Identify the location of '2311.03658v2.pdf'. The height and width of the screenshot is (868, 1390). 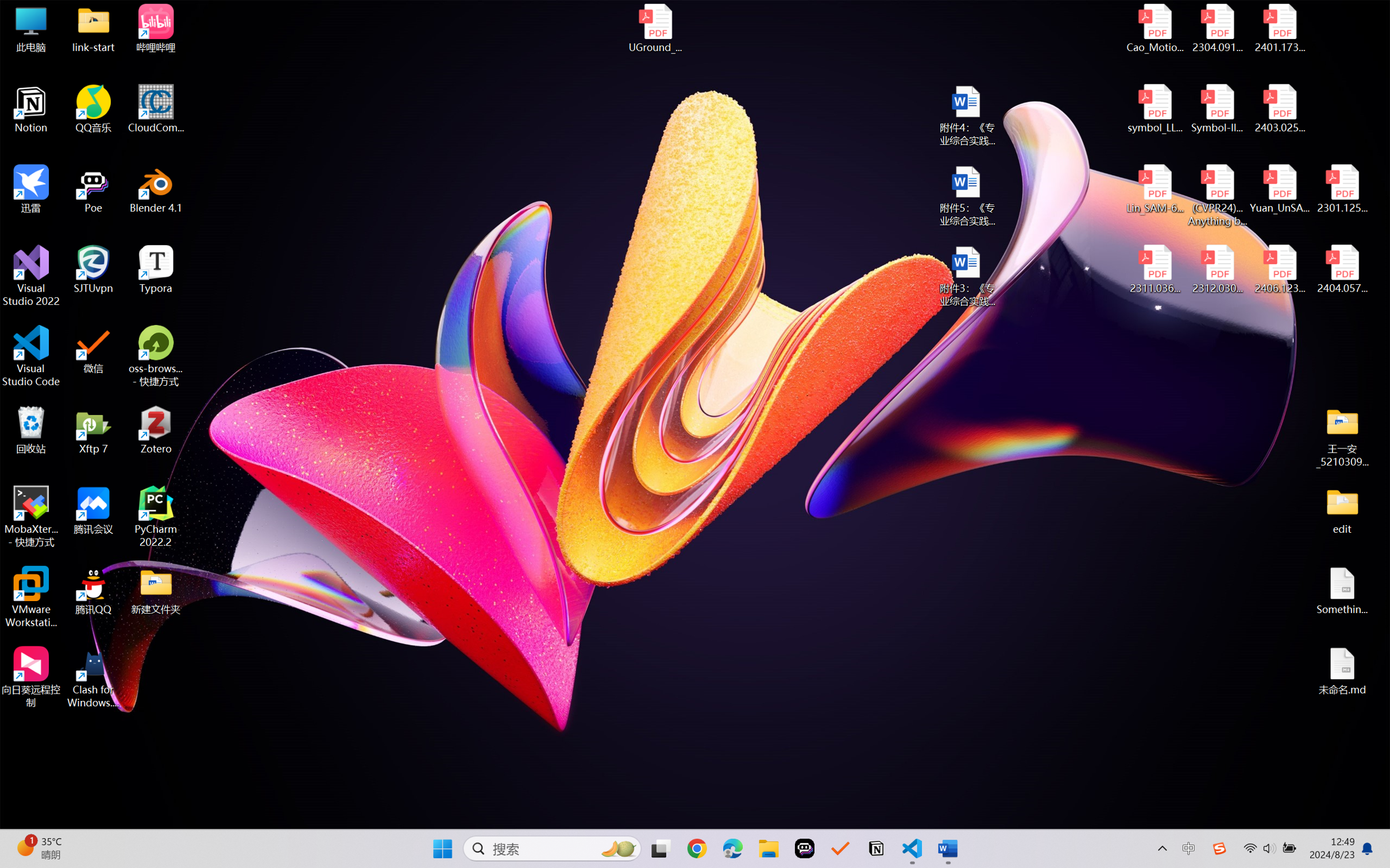
(1155, 269).